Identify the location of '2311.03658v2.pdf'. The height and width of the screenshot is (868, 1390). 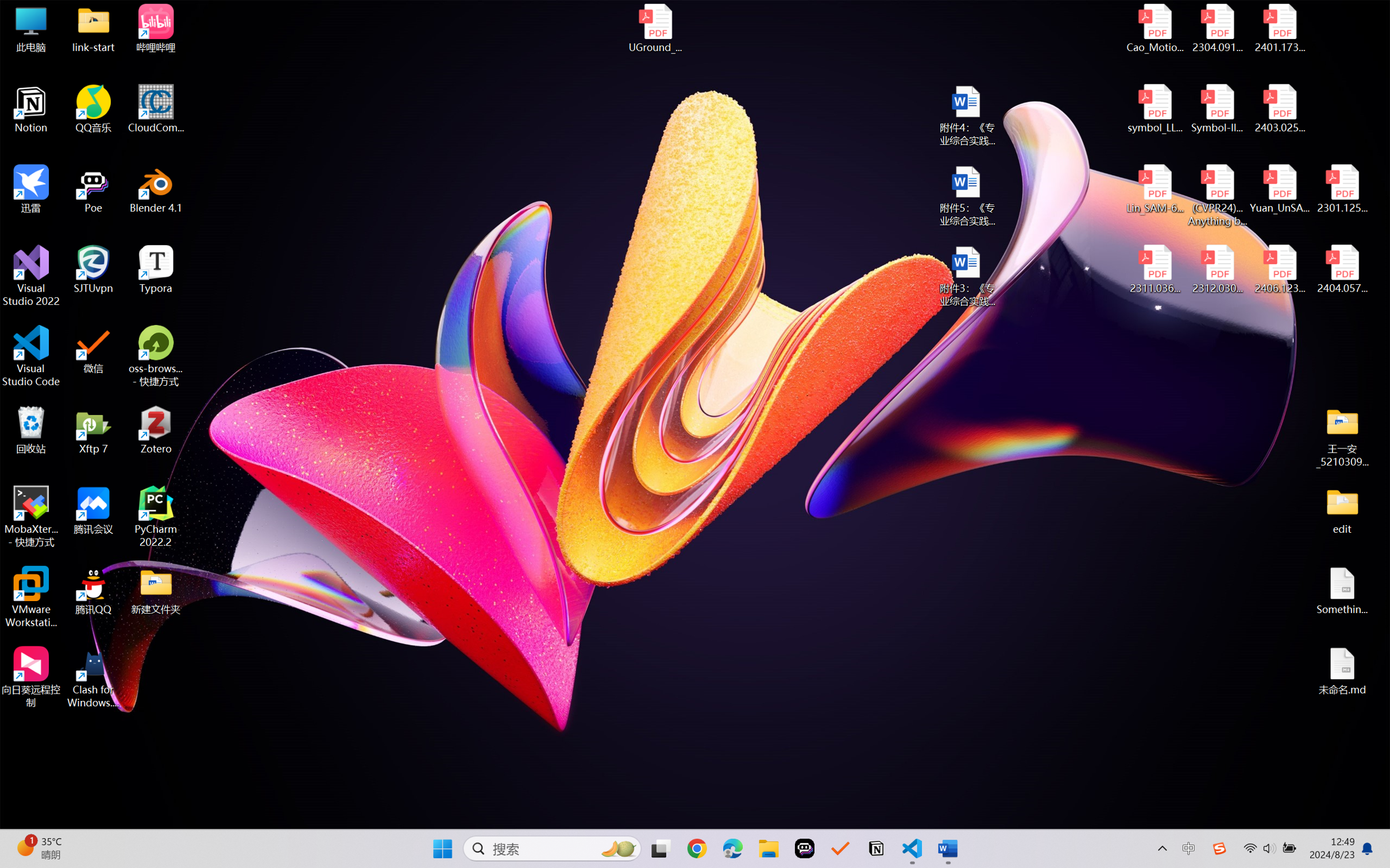
(1155, 269).